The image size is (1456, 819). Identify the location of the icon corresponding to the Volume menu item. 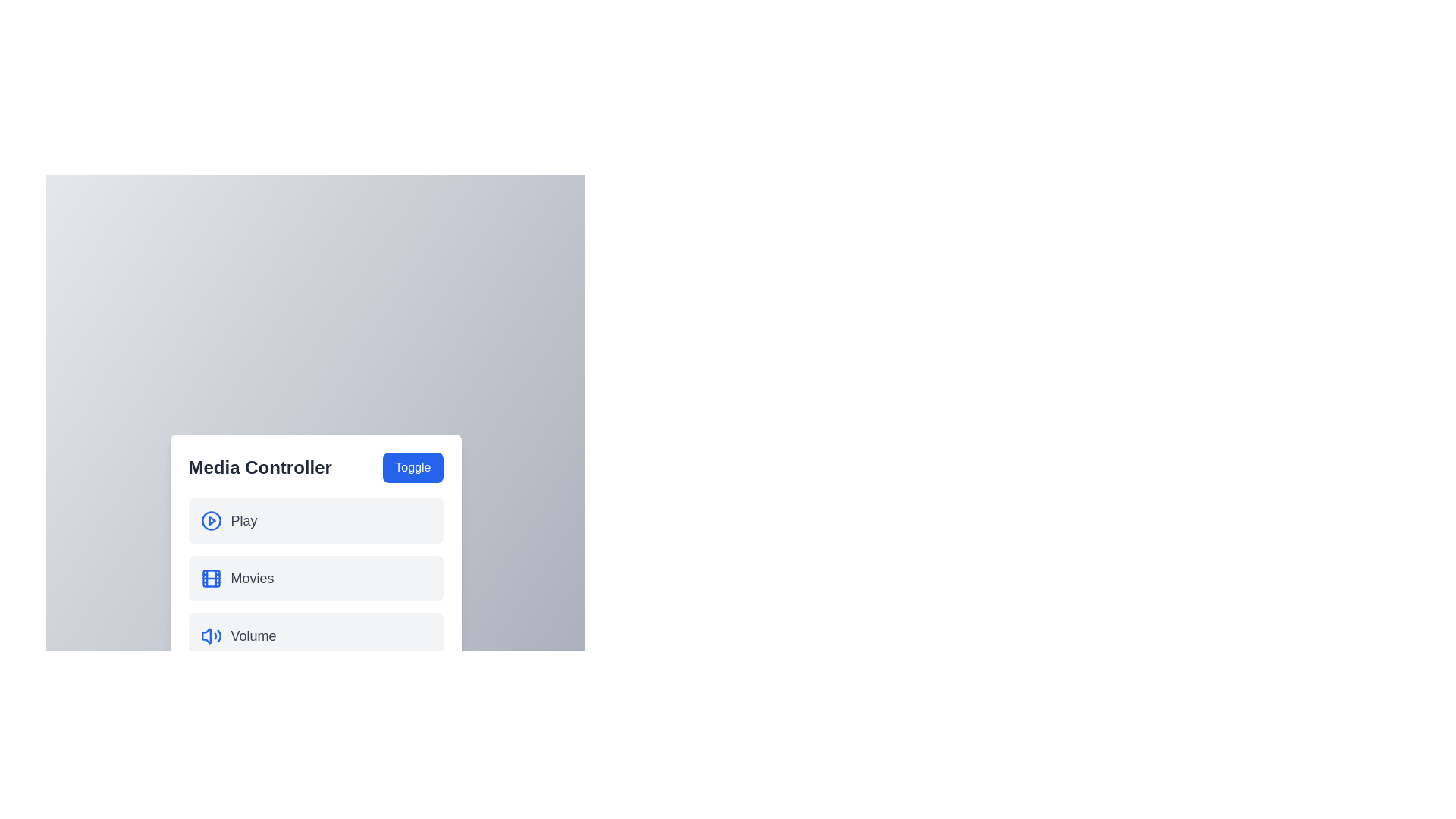
(210, 636).